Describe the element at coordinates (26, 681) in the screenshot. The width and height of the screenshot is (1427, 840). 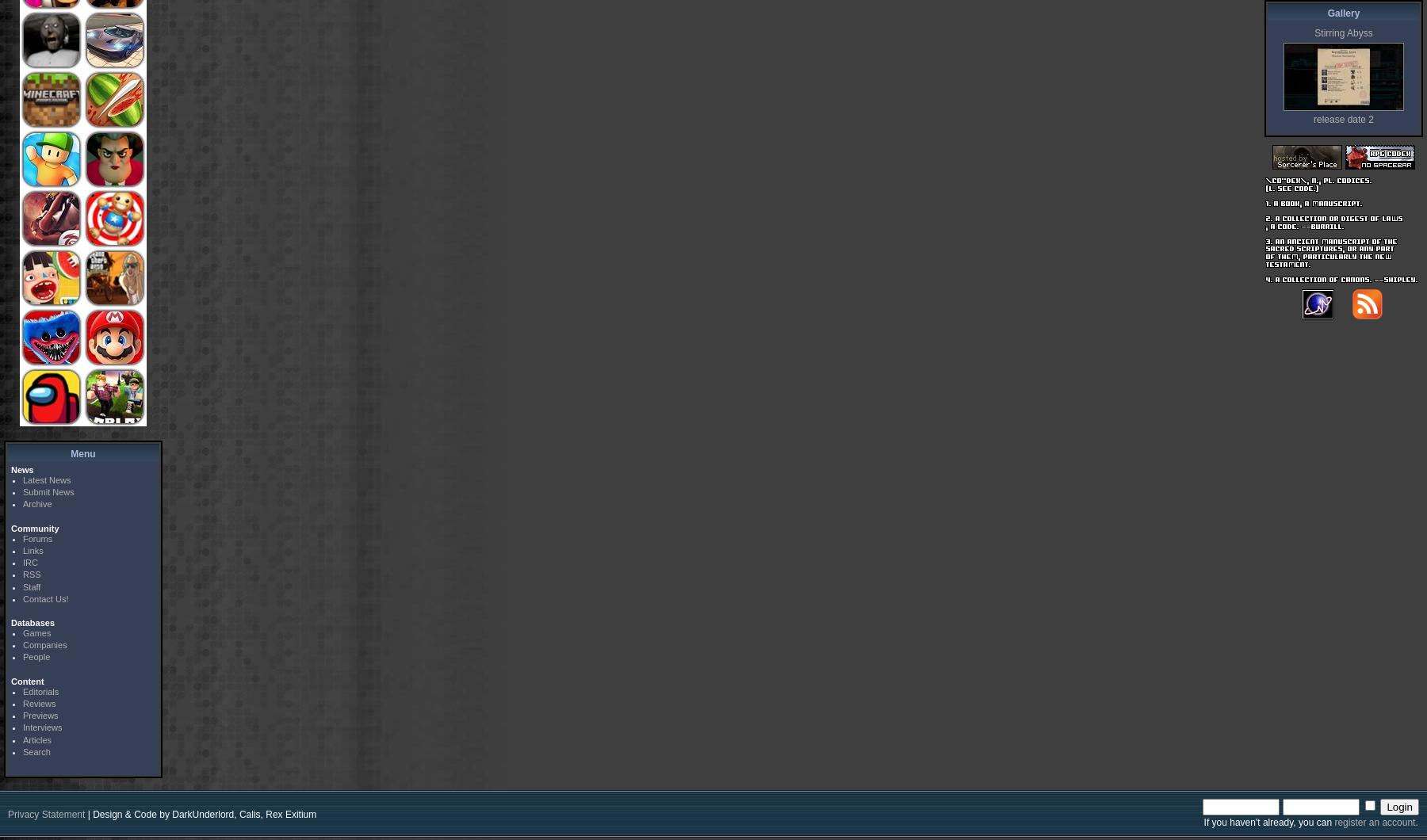
I see `'Content'` at that location.